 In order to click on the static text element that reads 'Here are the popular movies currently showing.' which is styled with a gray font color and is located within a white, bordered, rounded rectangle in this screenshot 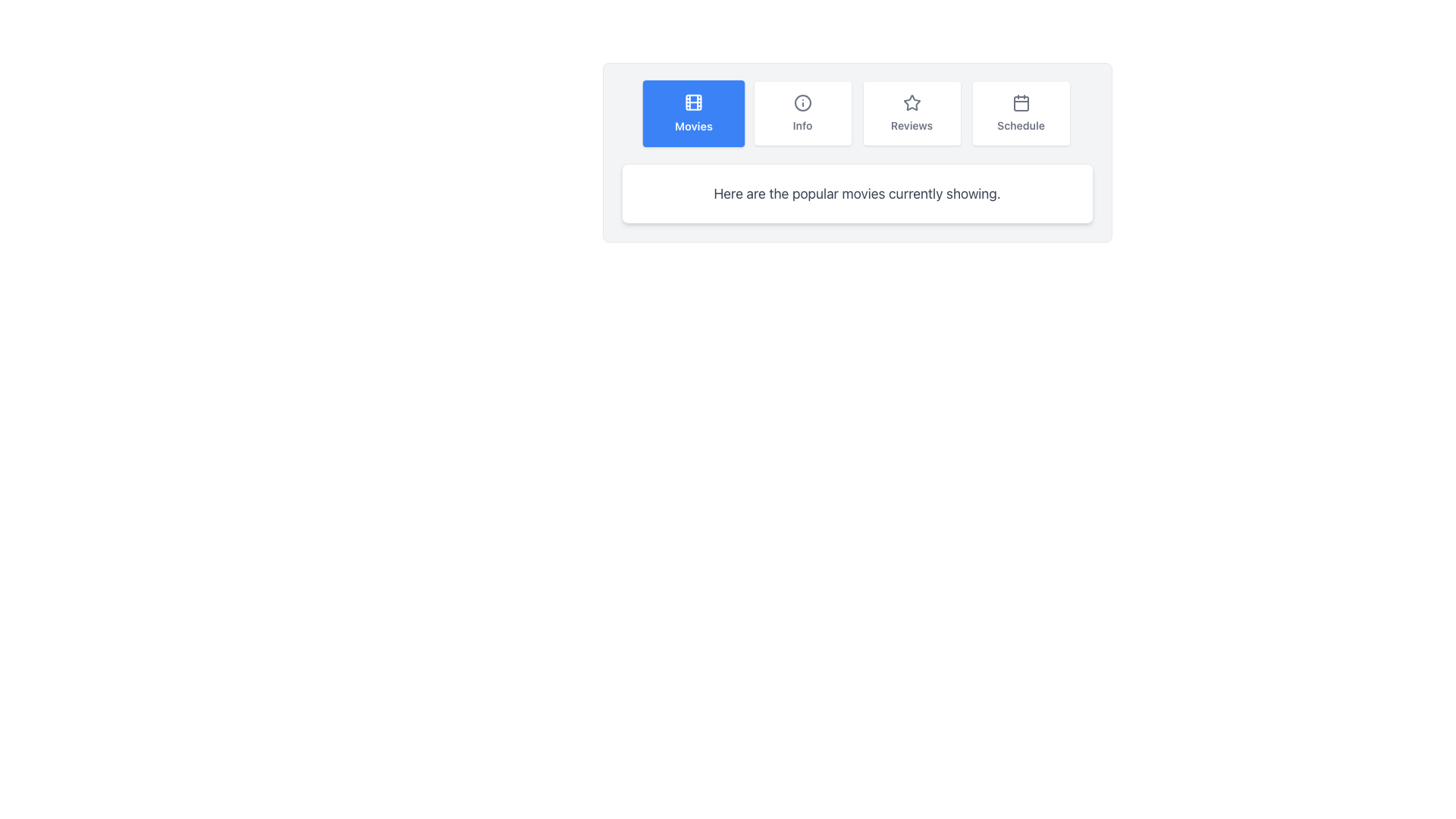, I will do `click(857, 193)`.